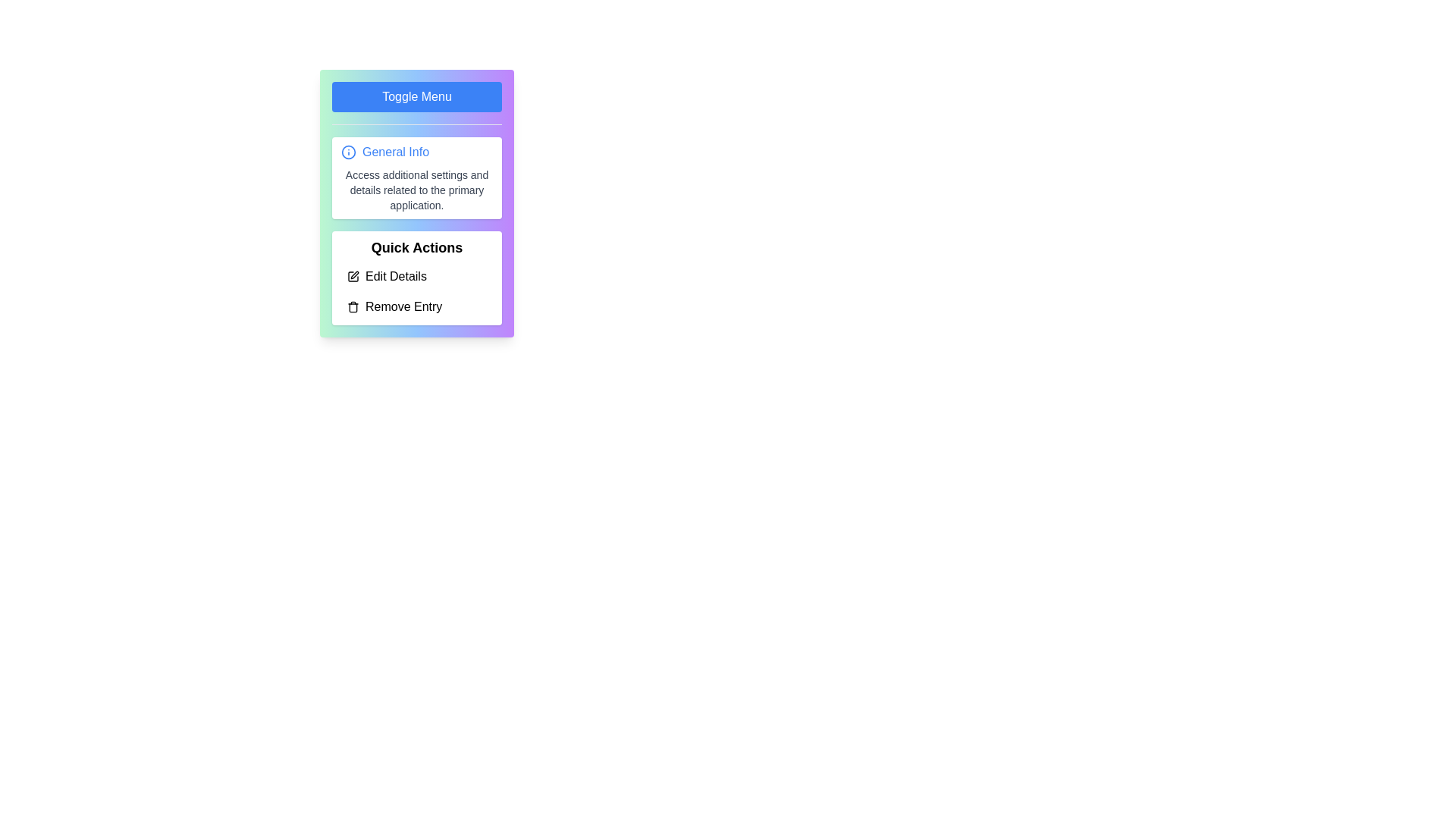 This screenshot has width=1456, height=819. Describe the element at coordinates (417, 152) in the screenshot. I see `the 'General Info' section to view its details` at that location.